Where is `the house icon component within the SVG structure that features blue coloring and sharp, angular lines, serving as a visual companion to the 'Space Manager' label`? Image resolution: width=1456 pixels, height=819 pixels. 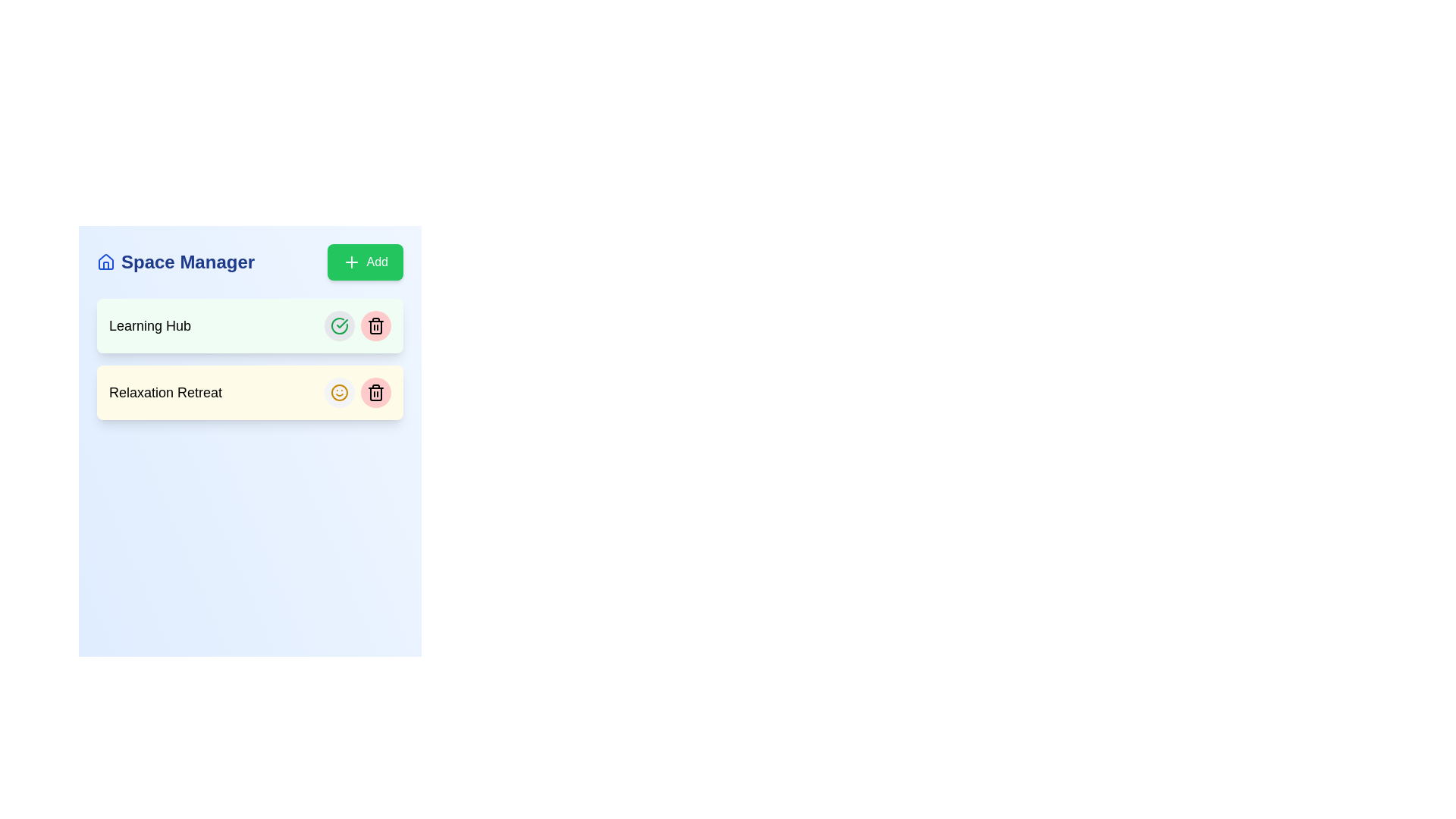 the house icon component within the SVG structure that features blue coloring and sharp, angular lines, serving as a visual companion to the 'Space Manager' label is located at coordinates (105, 260).